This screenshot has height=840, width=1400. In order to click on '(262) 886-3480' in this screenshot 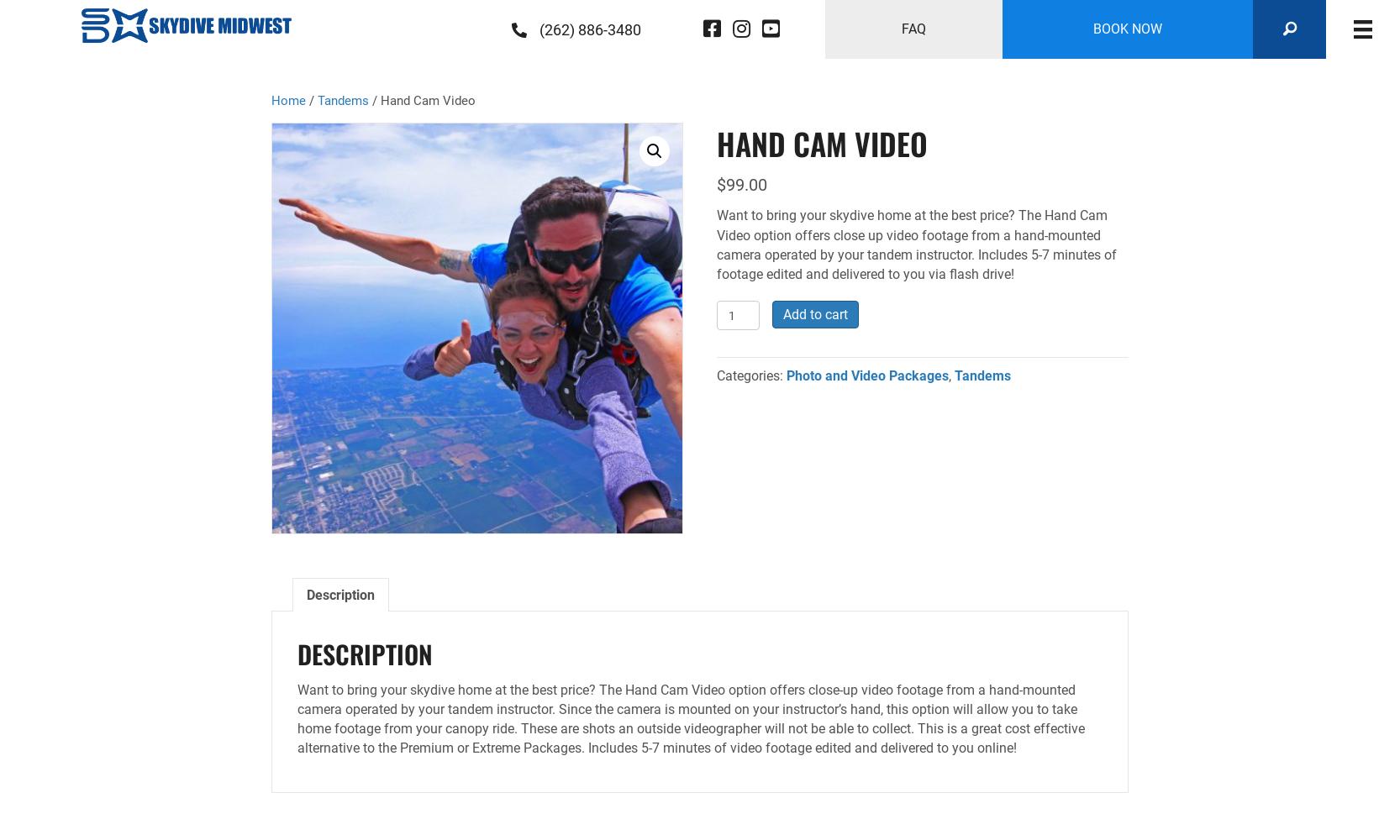, I will do `click(589, 29)`.